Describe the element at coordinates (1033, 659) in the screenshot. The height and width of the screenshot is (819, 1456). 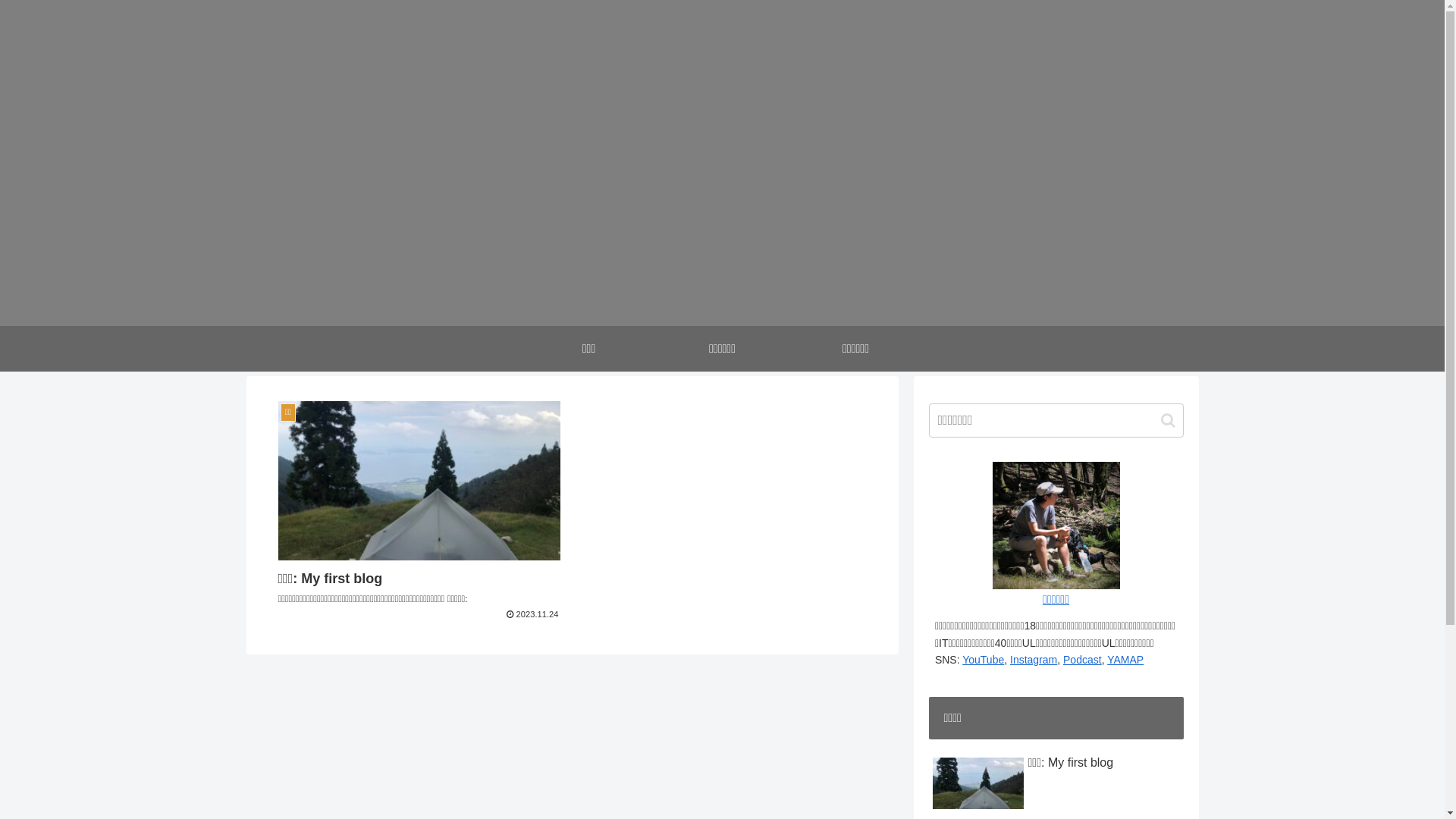
I see `'Instagram'` at that location.